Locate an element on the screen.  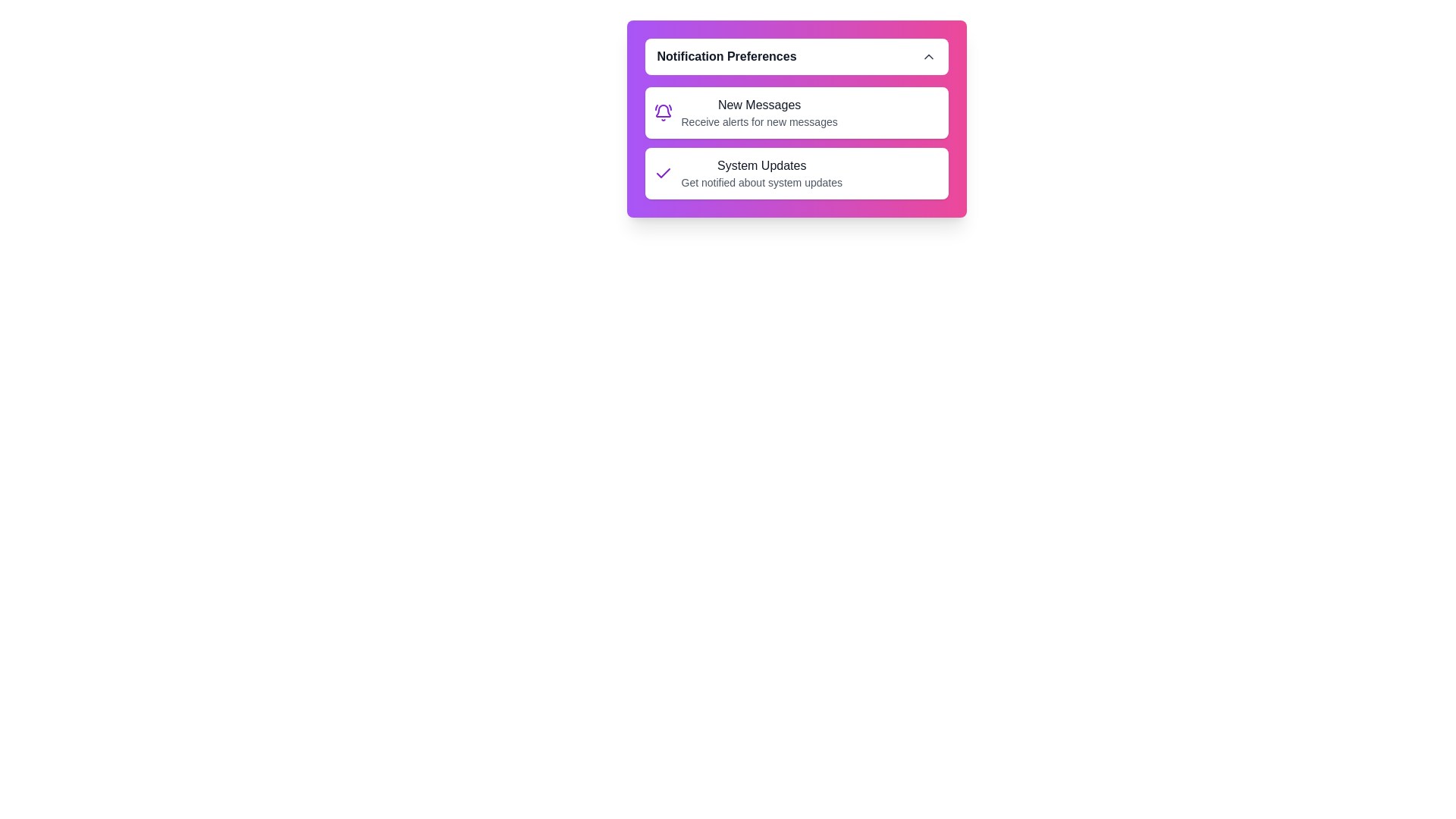
the notification item System Updates to view its hover effect is located at coordinates (795, 172).